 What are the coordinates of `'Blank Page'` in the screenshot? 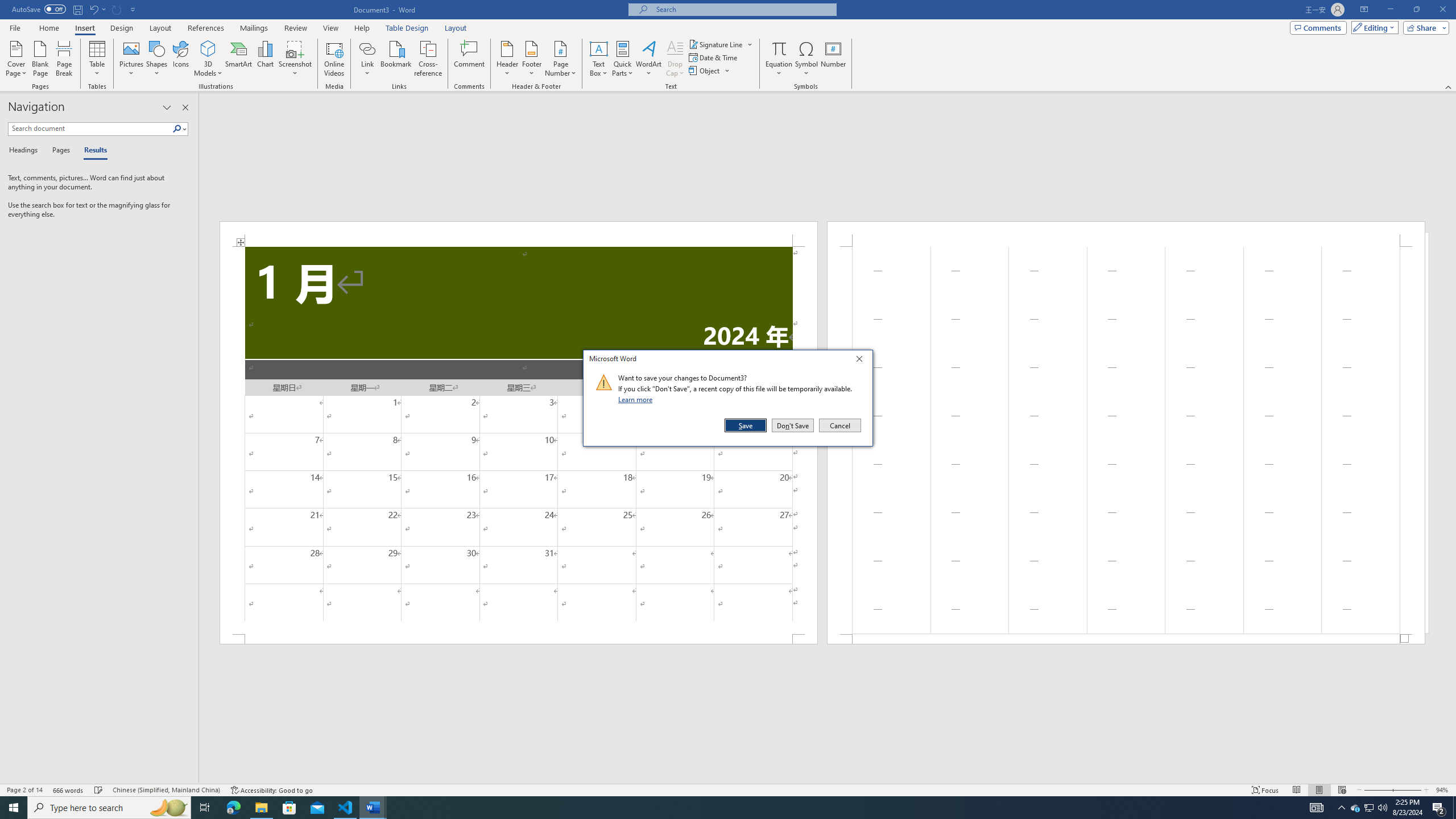 It's located at (40, 59).